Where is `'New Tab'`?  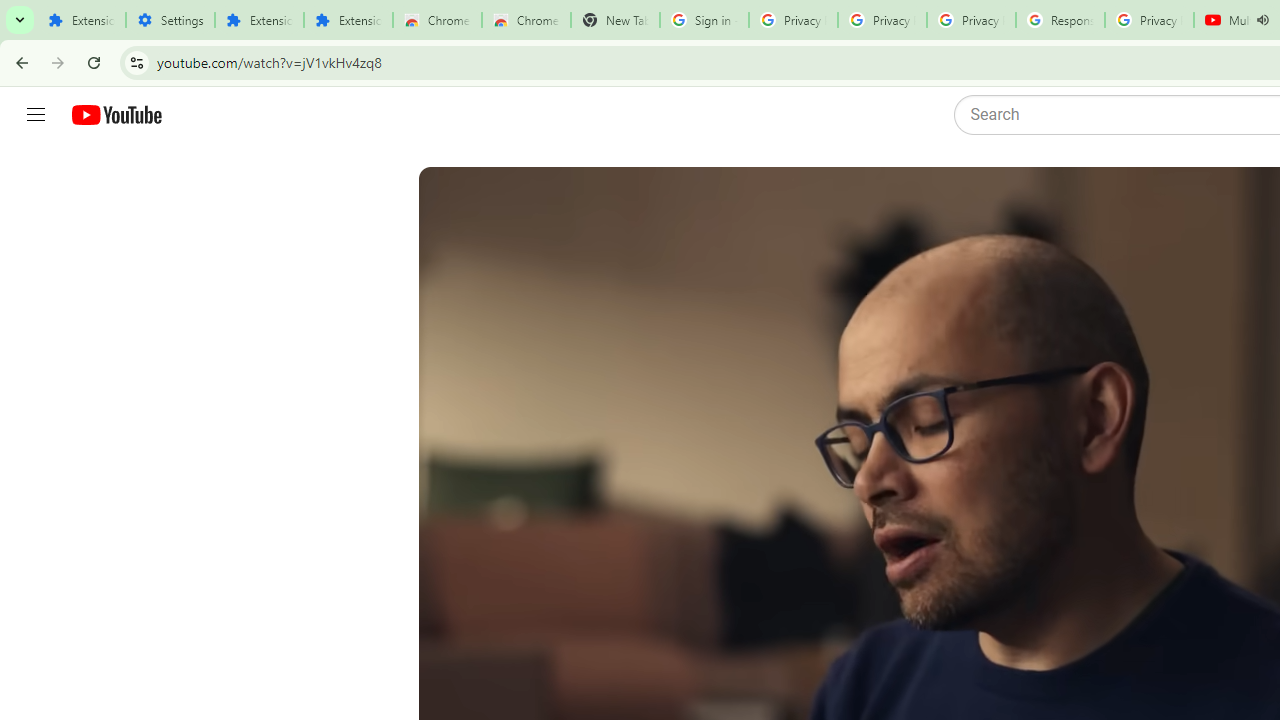
'New Tab' is located at coordinates (614, 20).